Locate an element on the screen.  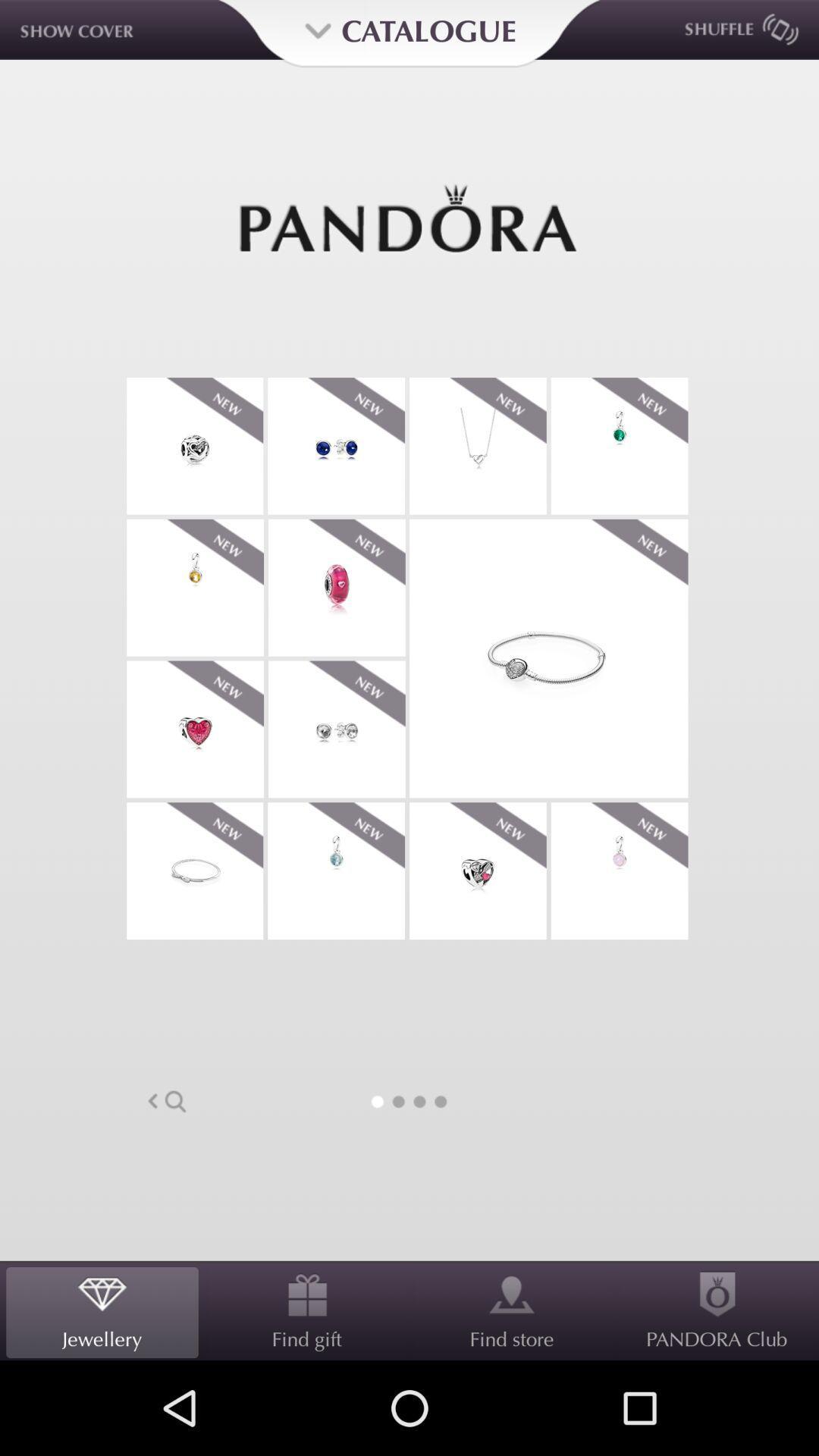
the add icon is located at coordinates (620, 476).